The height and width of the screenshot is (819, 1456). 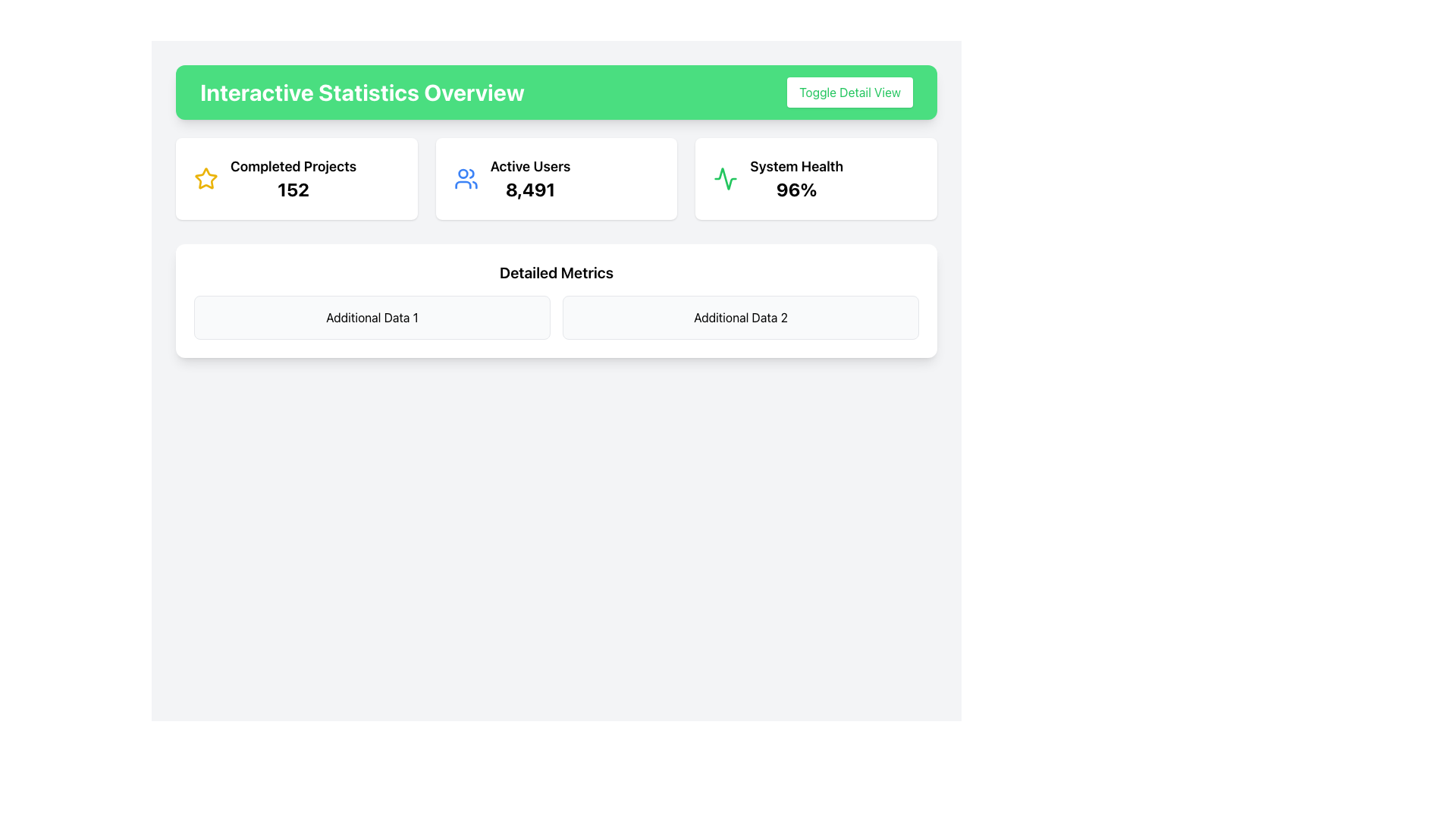 I want to click on the text block displaying the current statistic of active users in the system, located in the middle of the interface as the central content of the second card, so click(x=530, y=177).